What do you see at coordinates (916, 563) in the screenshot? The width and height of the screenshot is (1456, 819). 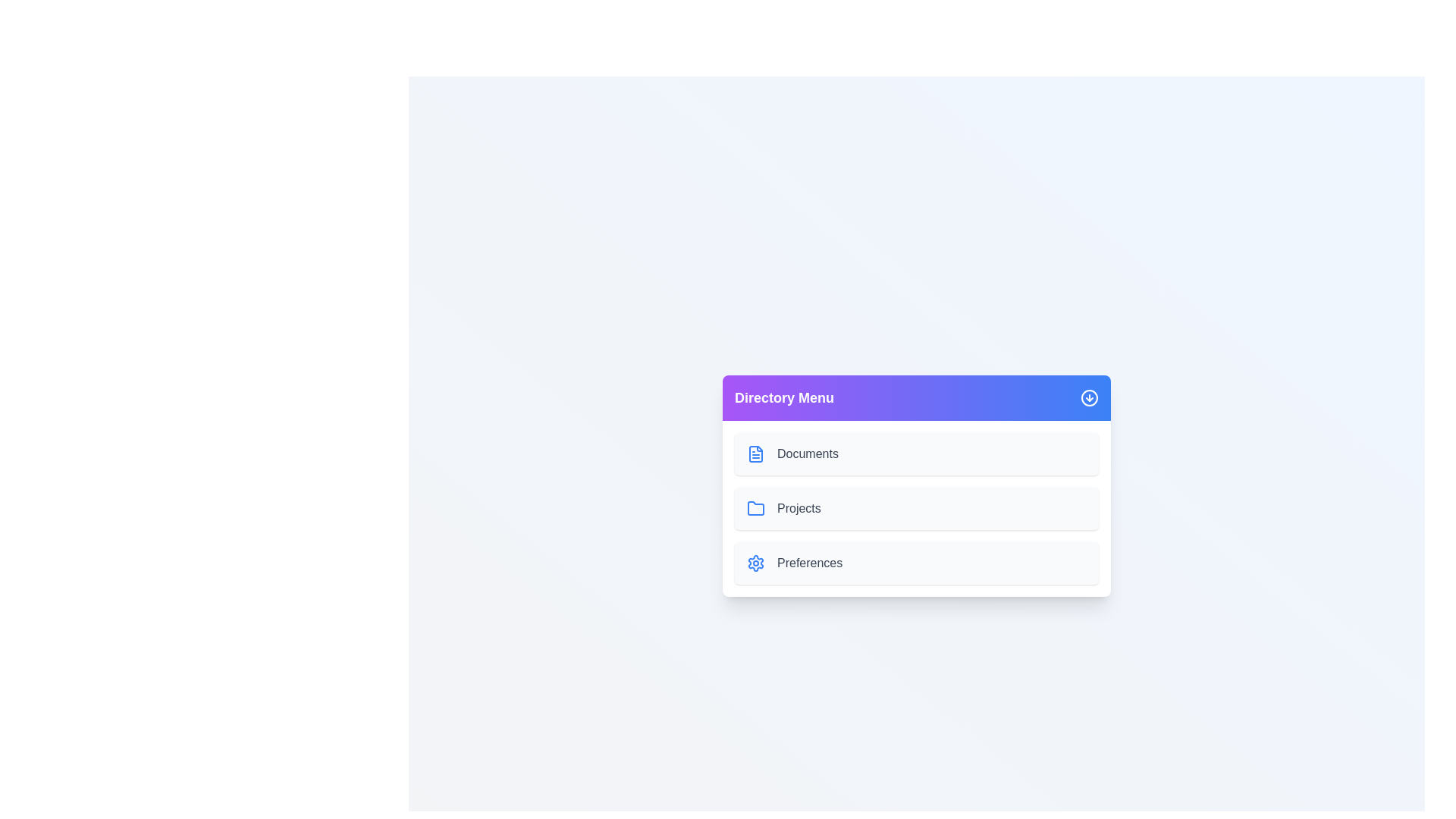 I see `the item Preferences to observe its hover effect` at bounding box center [916, 563].